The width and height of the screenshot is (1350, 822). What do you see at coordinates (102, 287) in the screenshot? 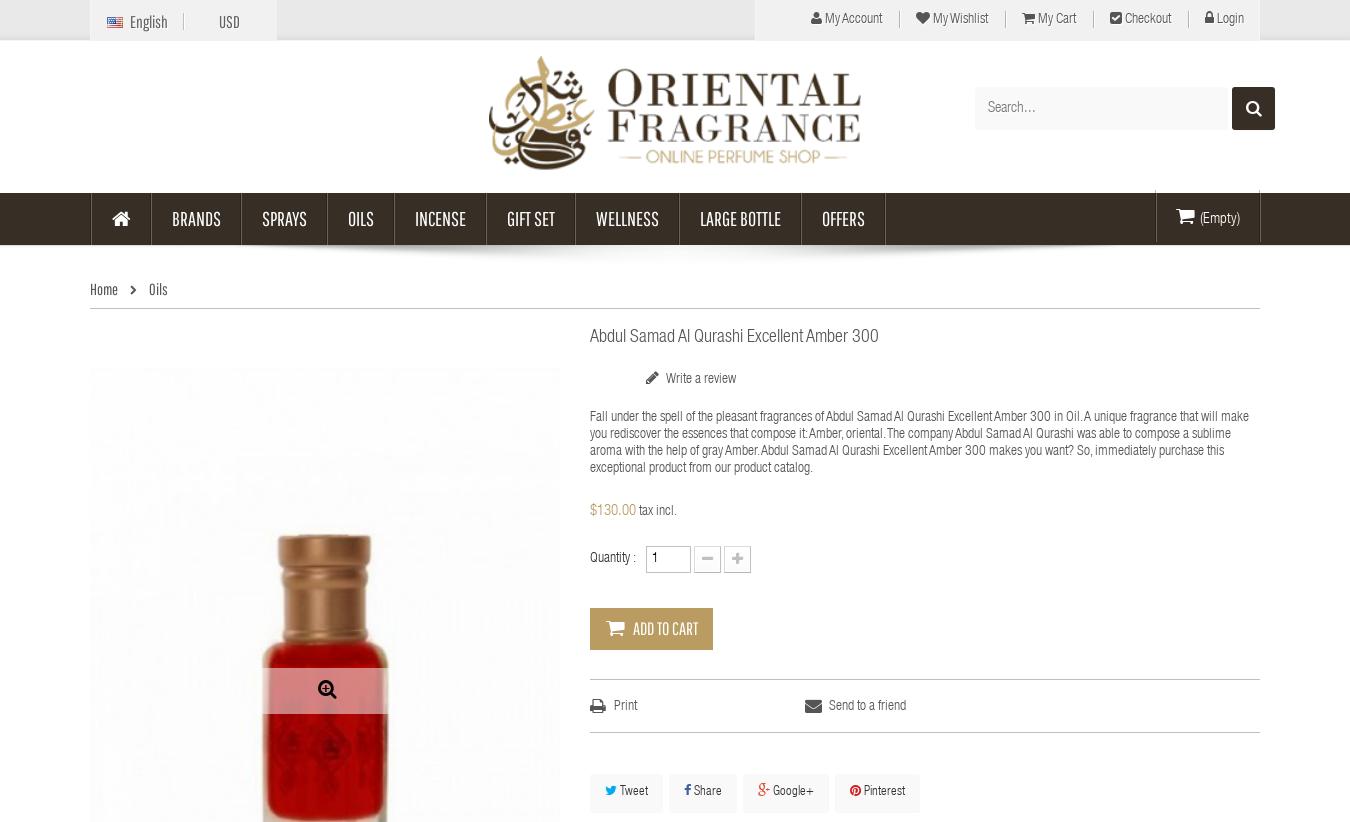
I see `'Home'` at bounding box center [102, 287].